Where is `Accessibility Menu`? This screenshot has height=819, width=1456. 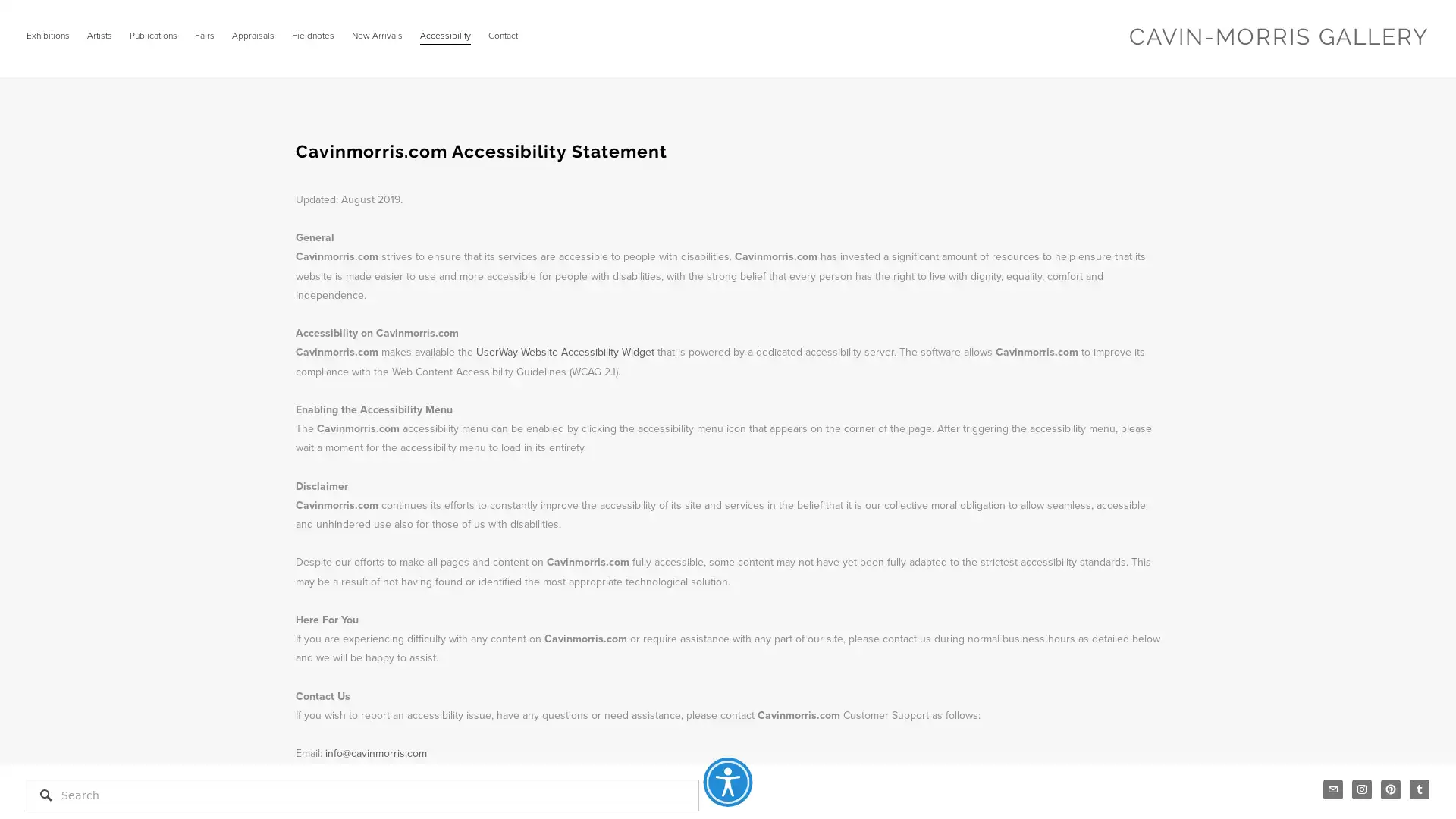
Accessibility Menu is located at coordinates (726, 782).